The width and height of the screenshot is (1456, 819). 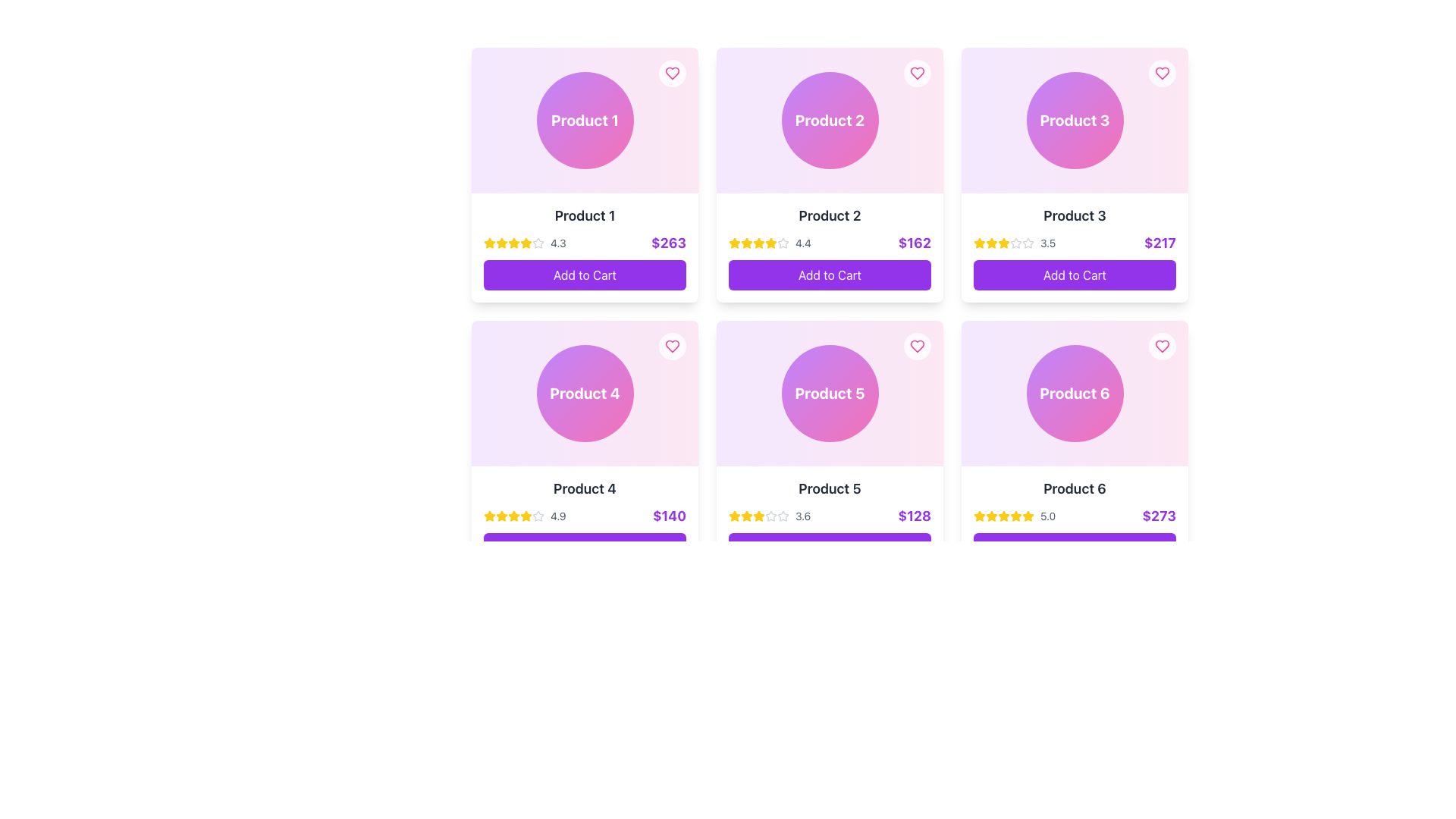 What do you see at coordinates (916, 346) in the screenshot?
I see `the heart-shaped favorite icon with a pink border located in the upper-right corner of the 'Product 5' card to mark or unmark the item as a favorite` at bounding box center [916, 346].